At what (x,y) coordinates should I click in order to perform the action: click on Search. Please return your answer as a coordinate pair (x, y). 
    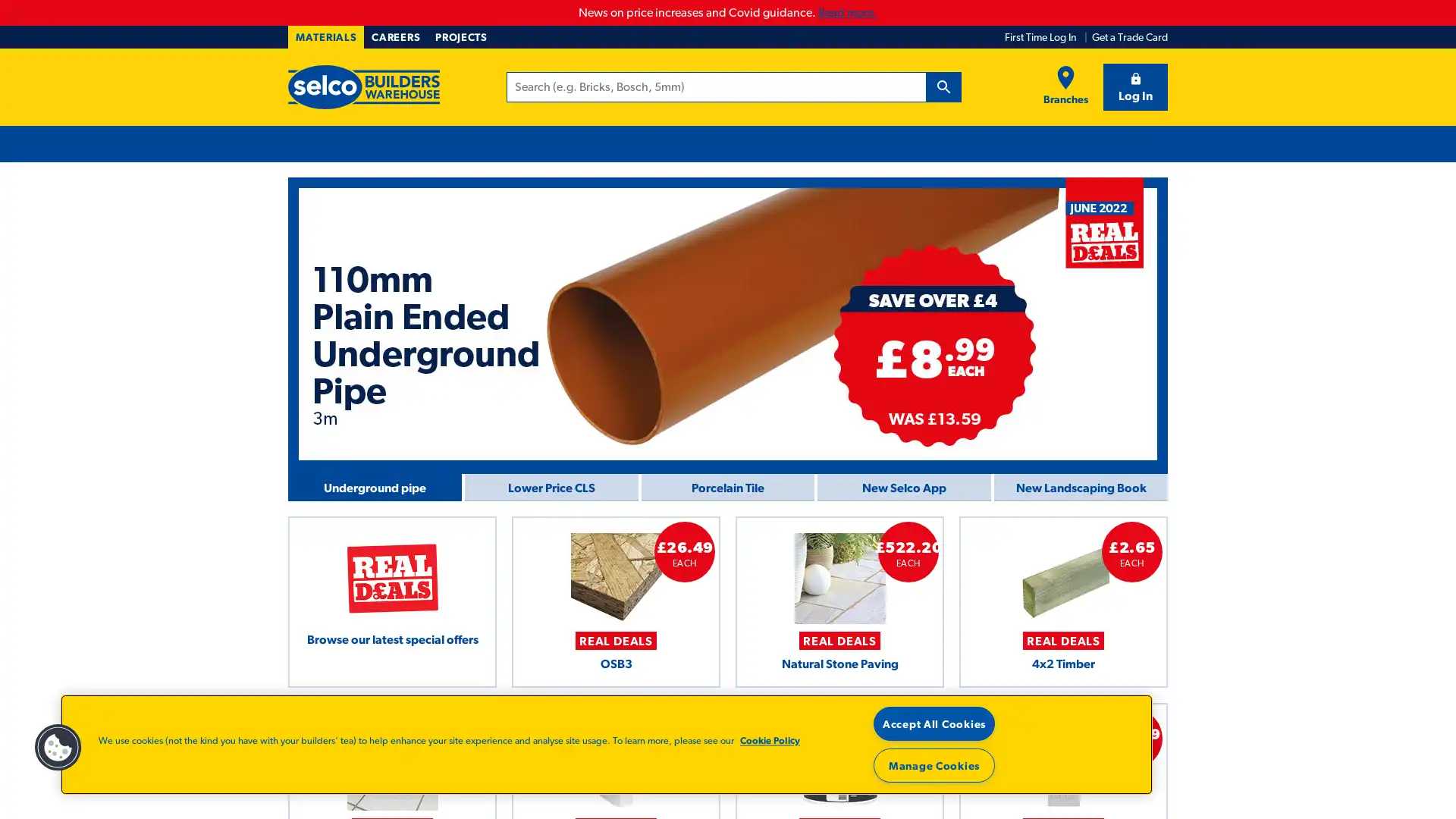
    Looking at the image, I should click on (943, 86).